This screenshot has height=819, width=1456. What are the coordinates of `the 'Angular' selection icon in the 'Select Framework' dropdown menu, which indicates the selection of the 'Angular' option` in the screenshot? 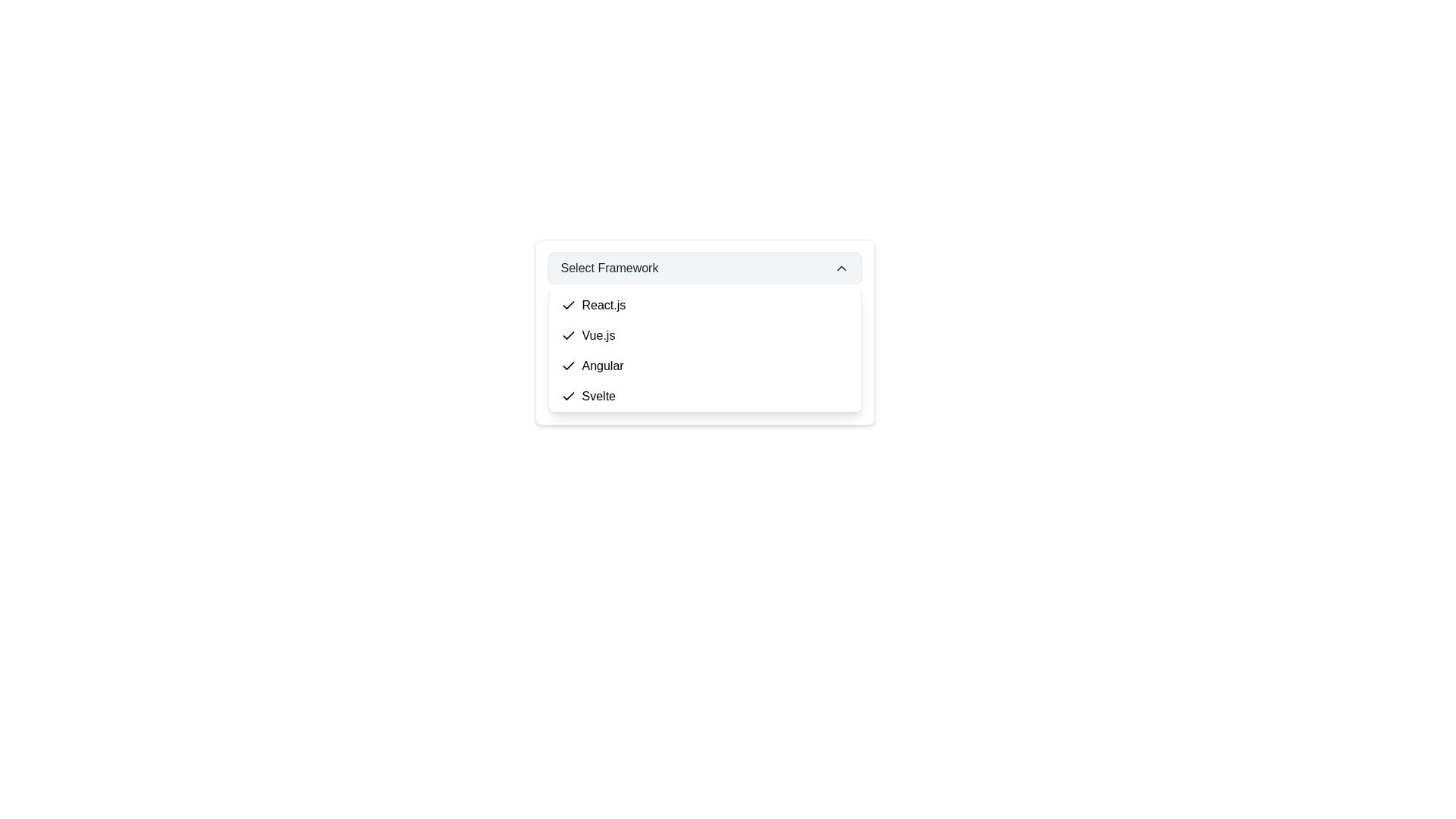 It's located at (567, 366).